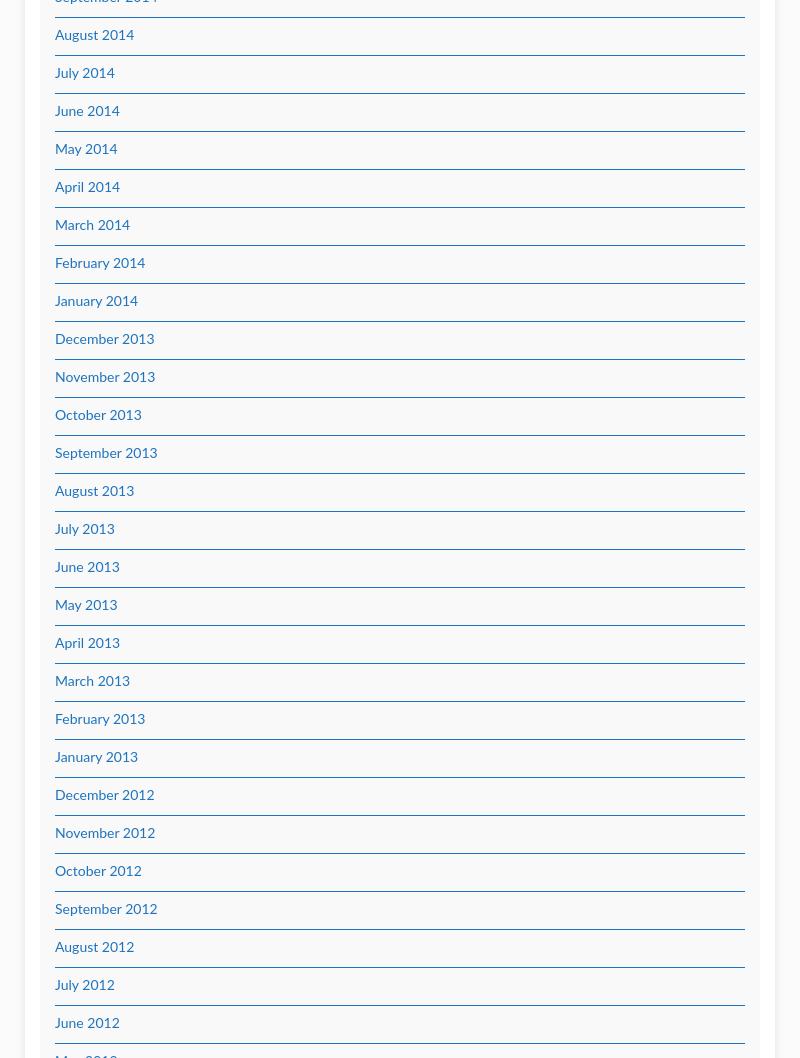  What do you see at coordinates (98, 416) in the screenshot?
I see `'October 2013'` at bounding box center [98, 416].